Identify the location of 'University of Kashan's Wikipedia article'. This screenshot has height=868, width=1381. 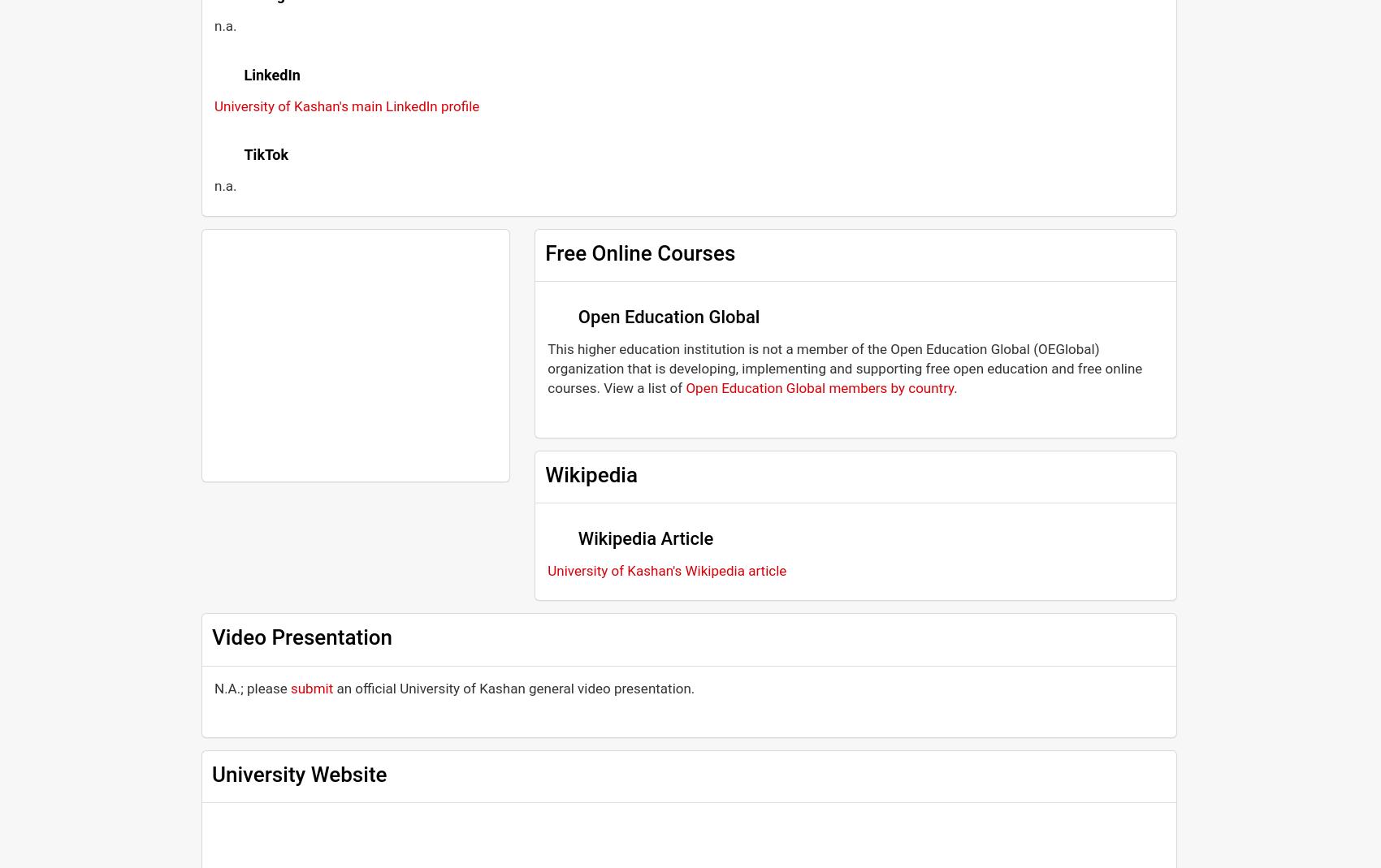
(665, 569).